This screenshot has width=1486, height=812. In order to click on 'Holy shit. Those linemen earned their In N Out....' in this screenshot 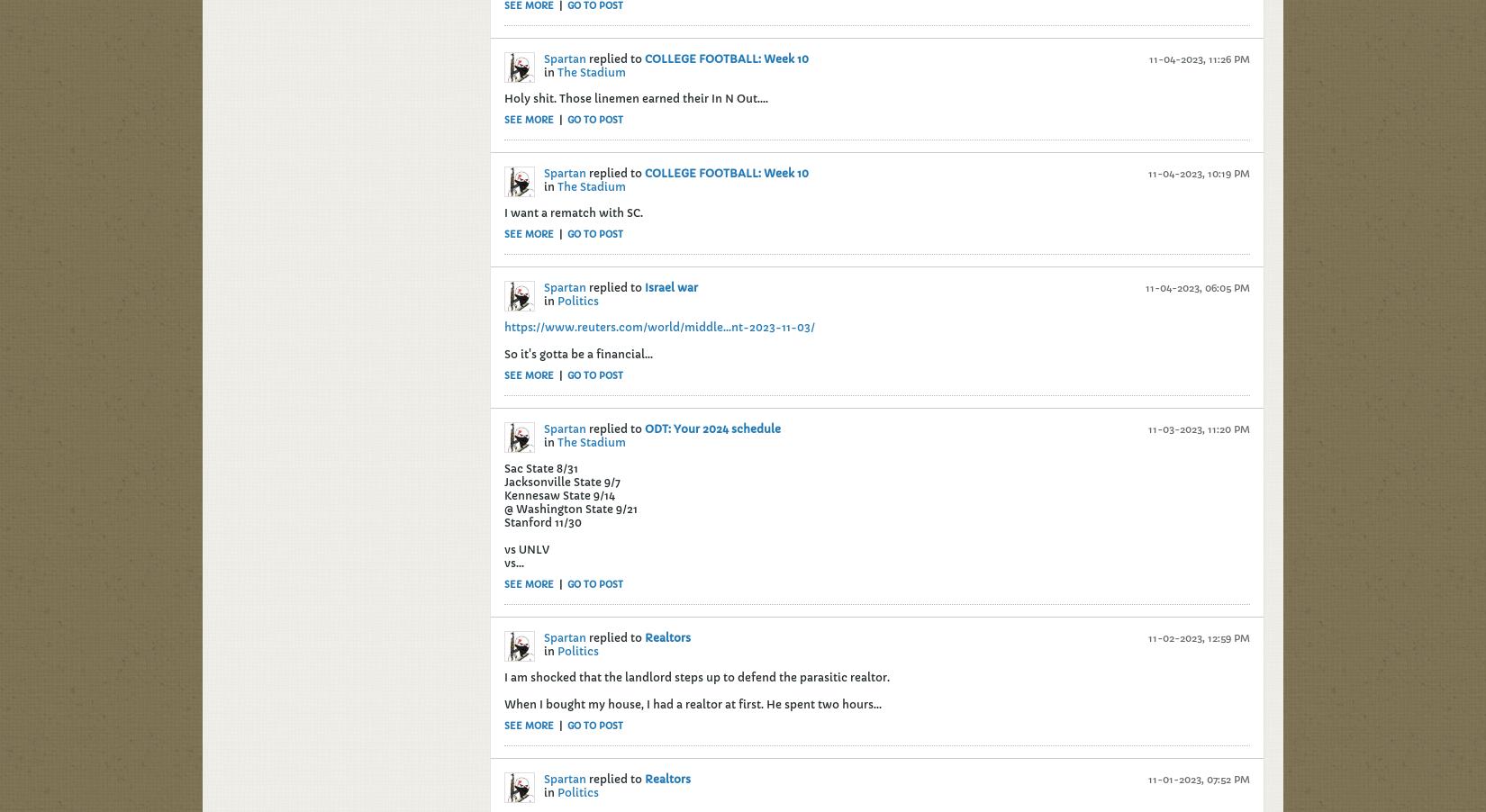, I will do `click(635, 97)`.